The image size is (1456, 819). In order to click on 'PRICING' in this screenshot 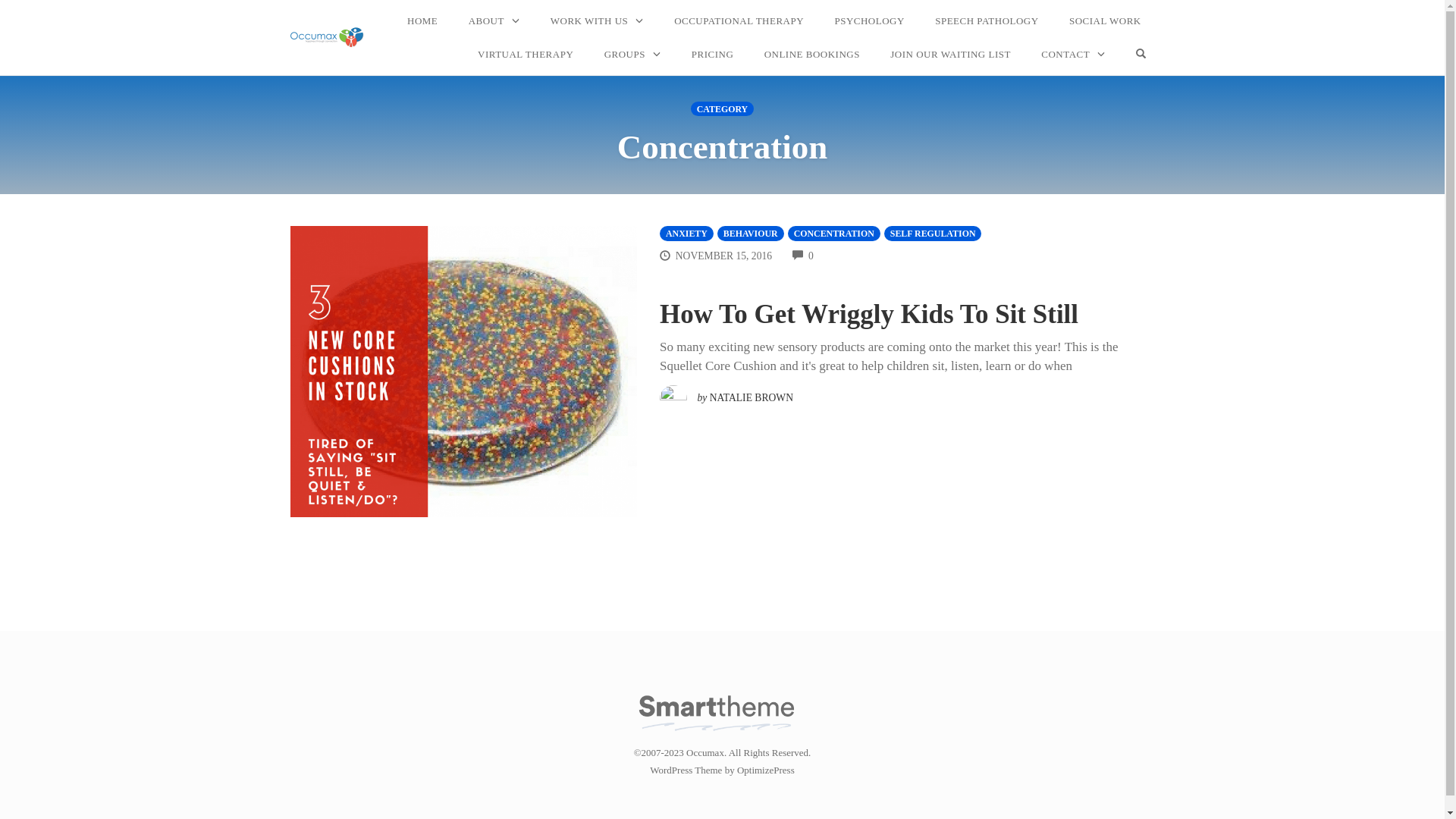, I will do `click(712, 54)`.